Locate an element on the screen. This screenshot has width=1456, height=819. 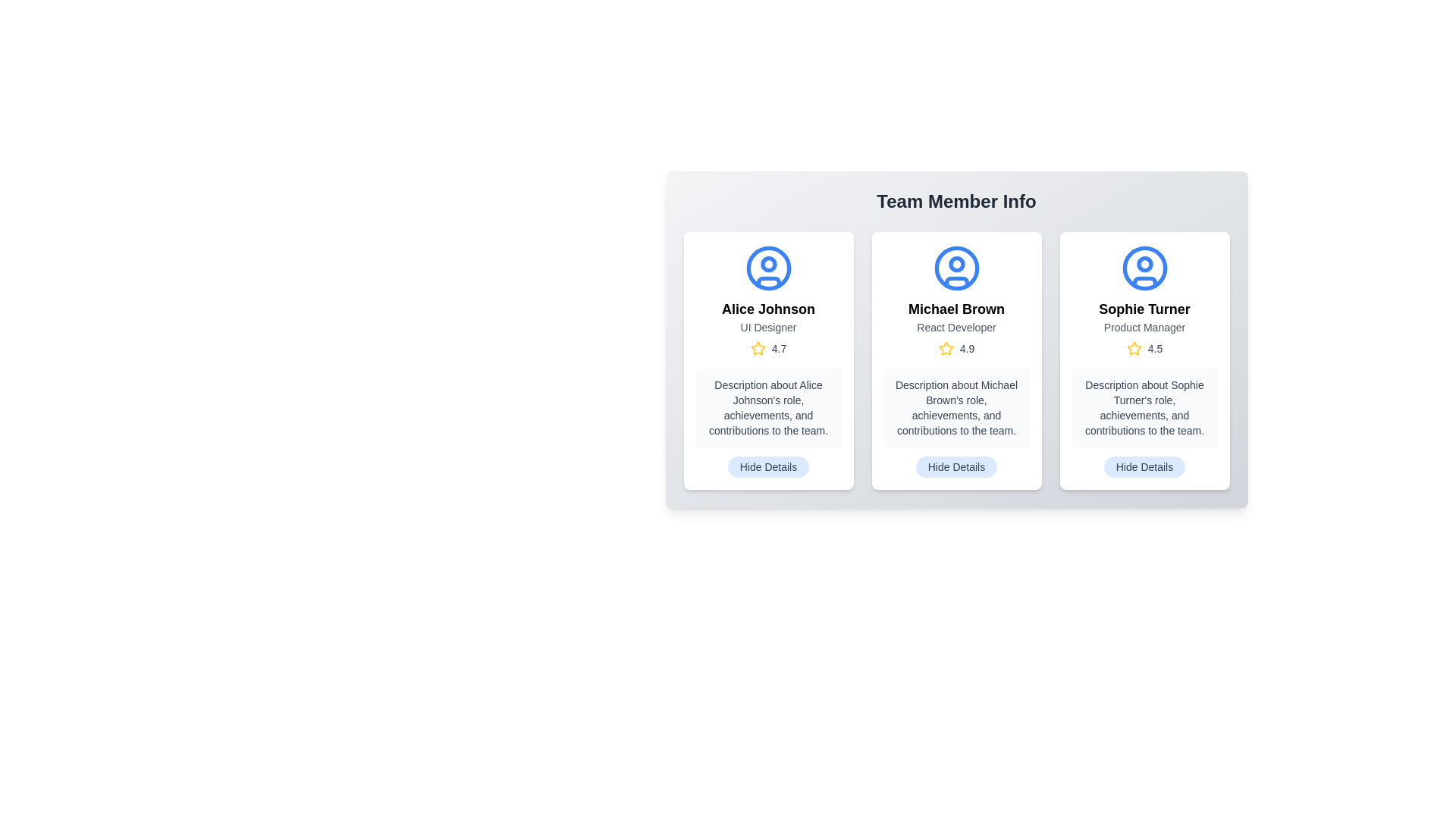
the button located at the bottom center of Michael Brown's card to hide the additional detailed information about him is located at coordinates (955, 466).